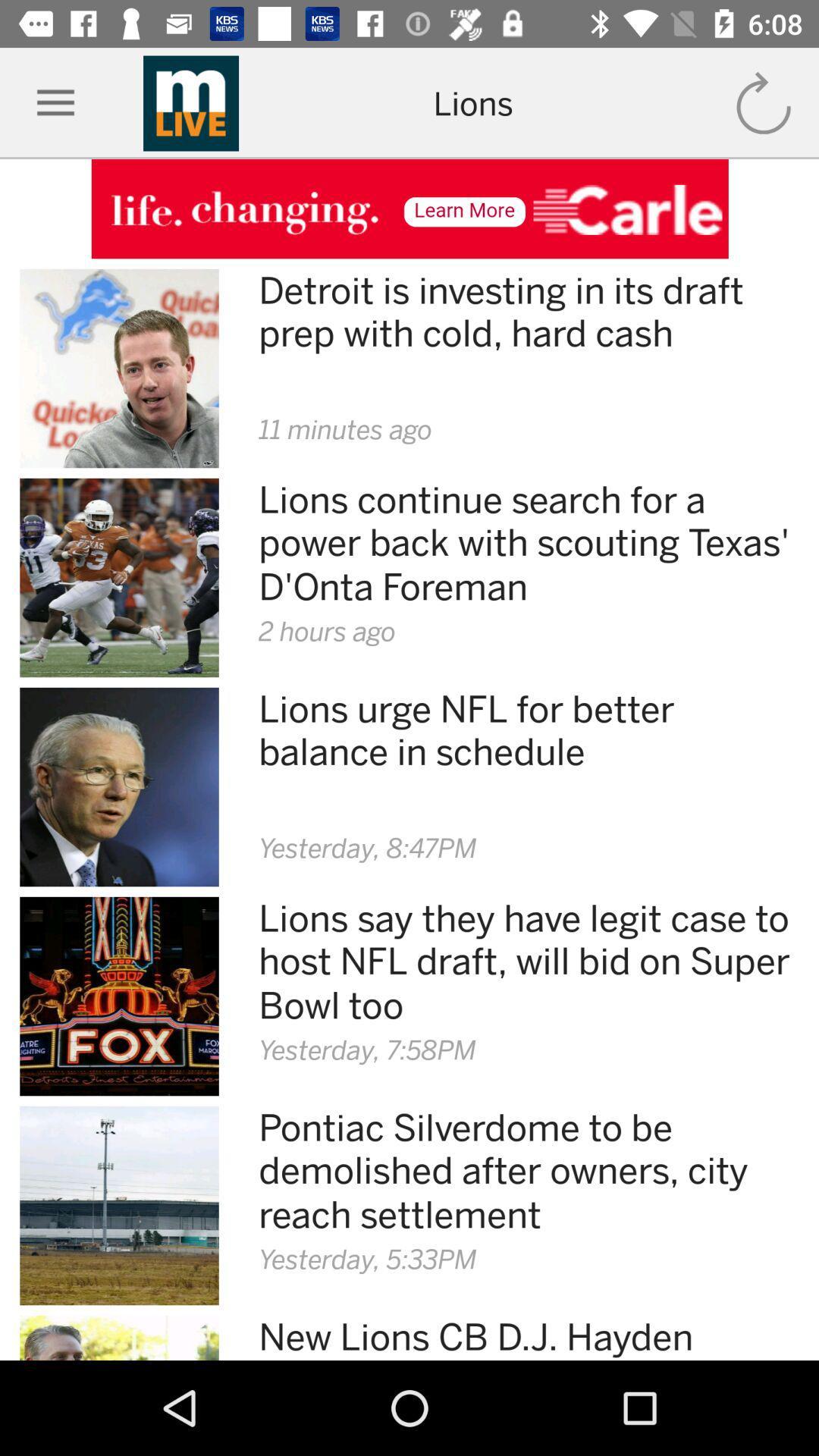 Image resolution: width=819 pixels, height=1456 pixels. I want to click on open this banner link, so click(409, 208).